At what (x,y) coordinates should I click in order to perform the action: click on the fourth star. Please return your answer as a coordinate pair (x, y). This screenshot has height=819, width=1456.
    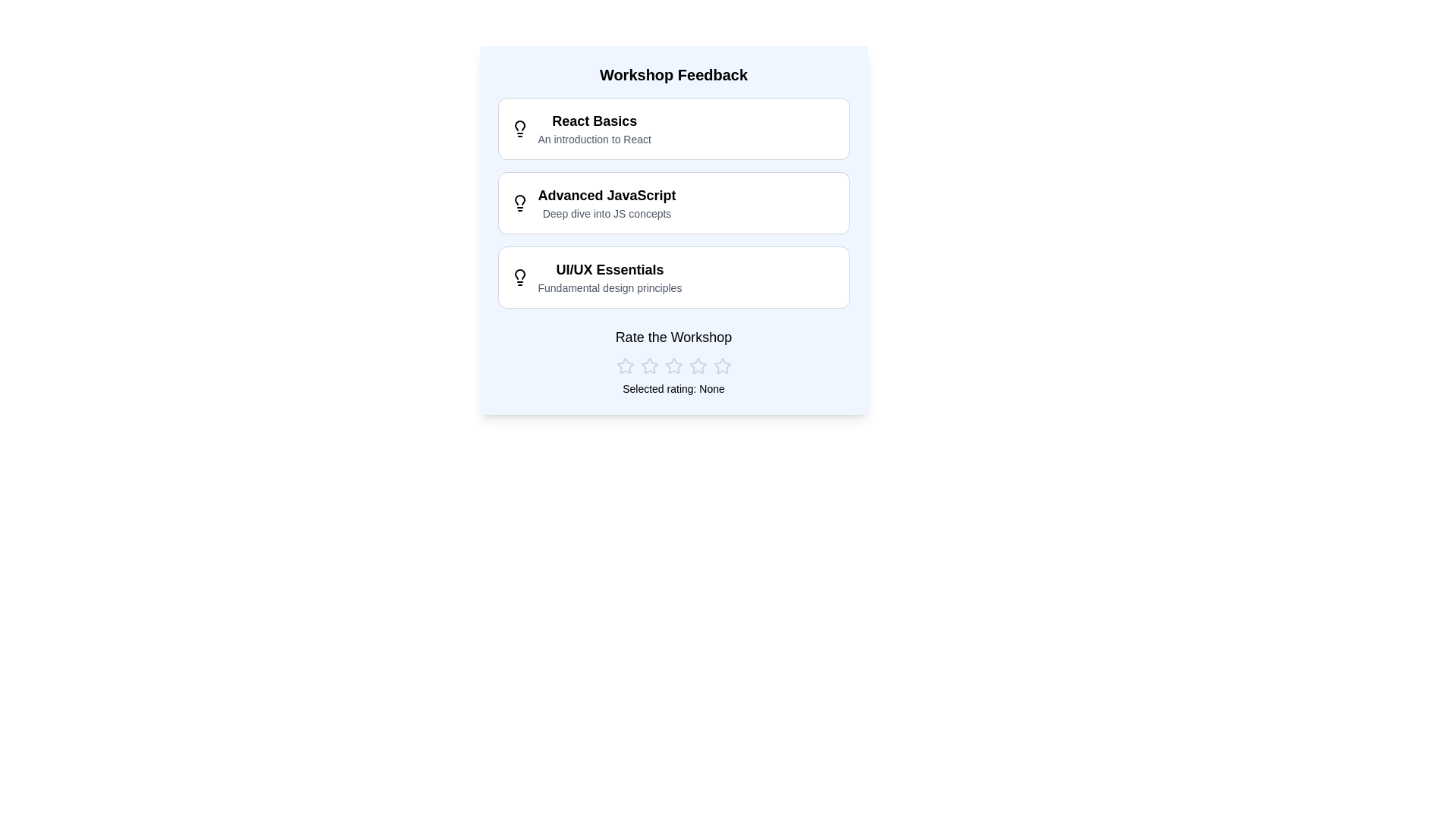
    Looking at the image, I should click on (697, 366).